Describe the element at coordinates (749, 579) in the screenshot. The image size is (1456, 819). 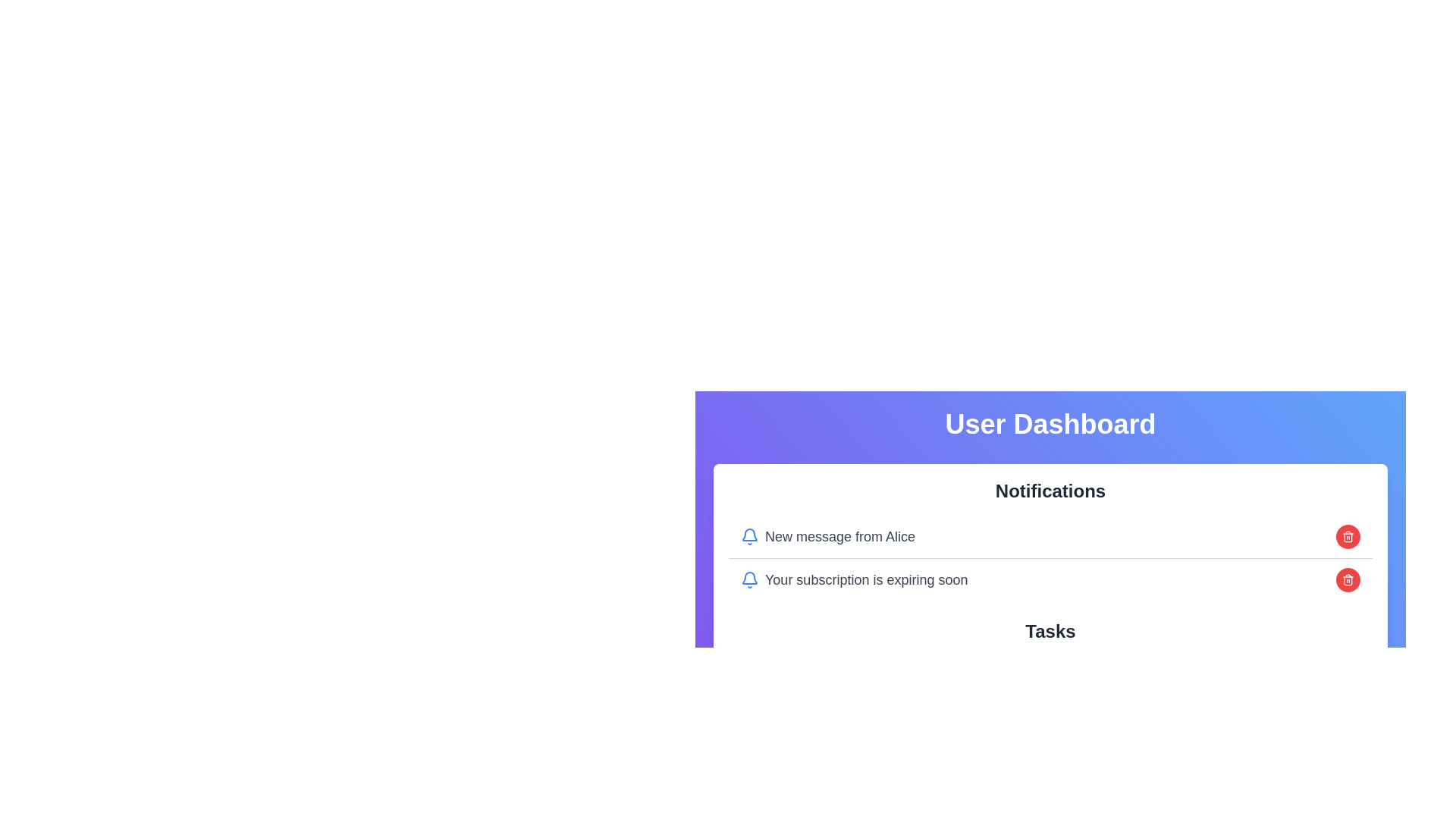
I see `the blue bell icon located to the left of the text 'Your subscription is expiring soon'` at that location.